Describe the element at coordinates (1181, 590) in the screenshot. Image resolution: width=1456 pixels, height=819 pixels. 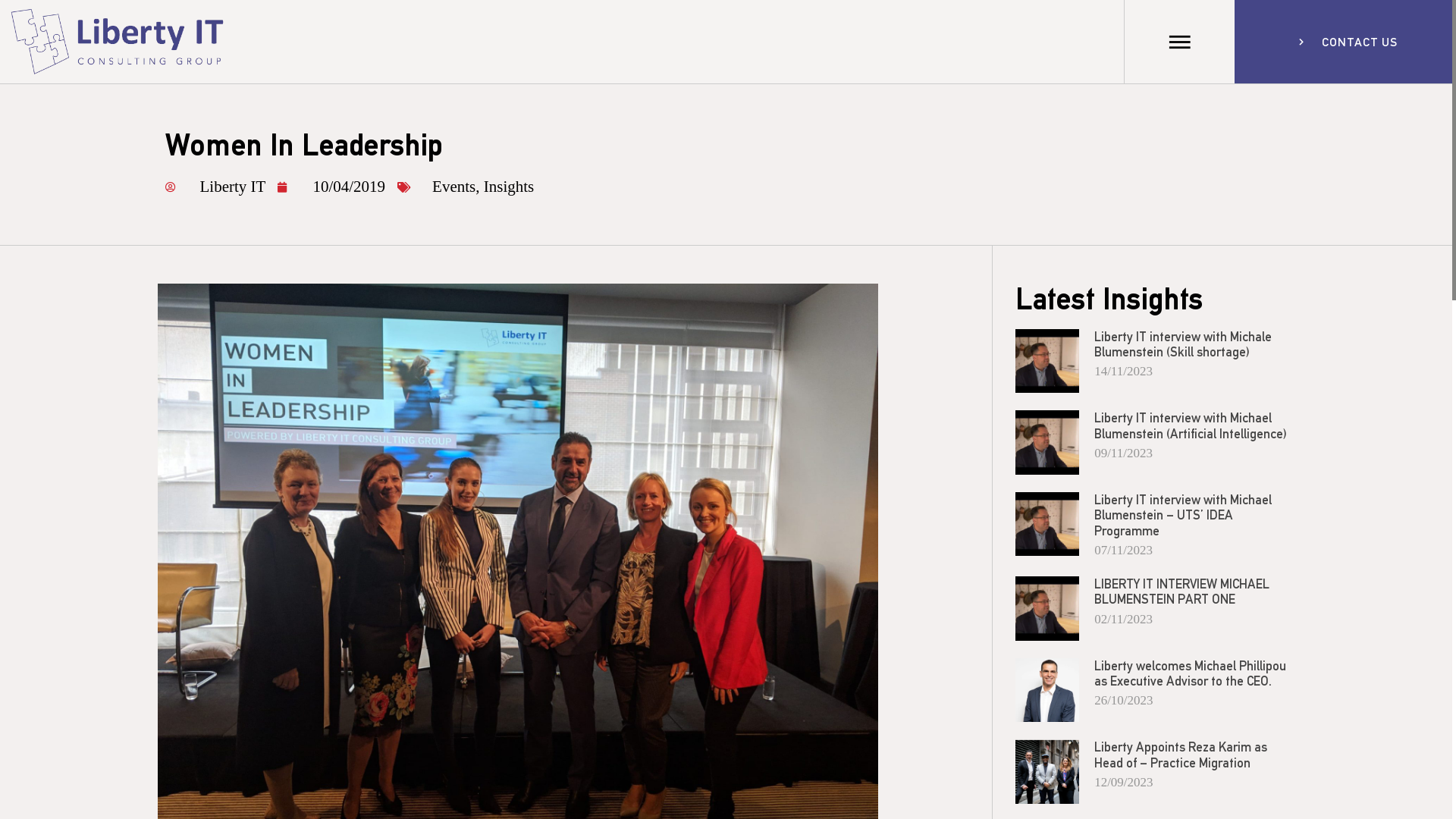
I see `'LIBERTY IT INTERVIEW MICHAEL BLUMENSTEIN PART ONE'` at that location.